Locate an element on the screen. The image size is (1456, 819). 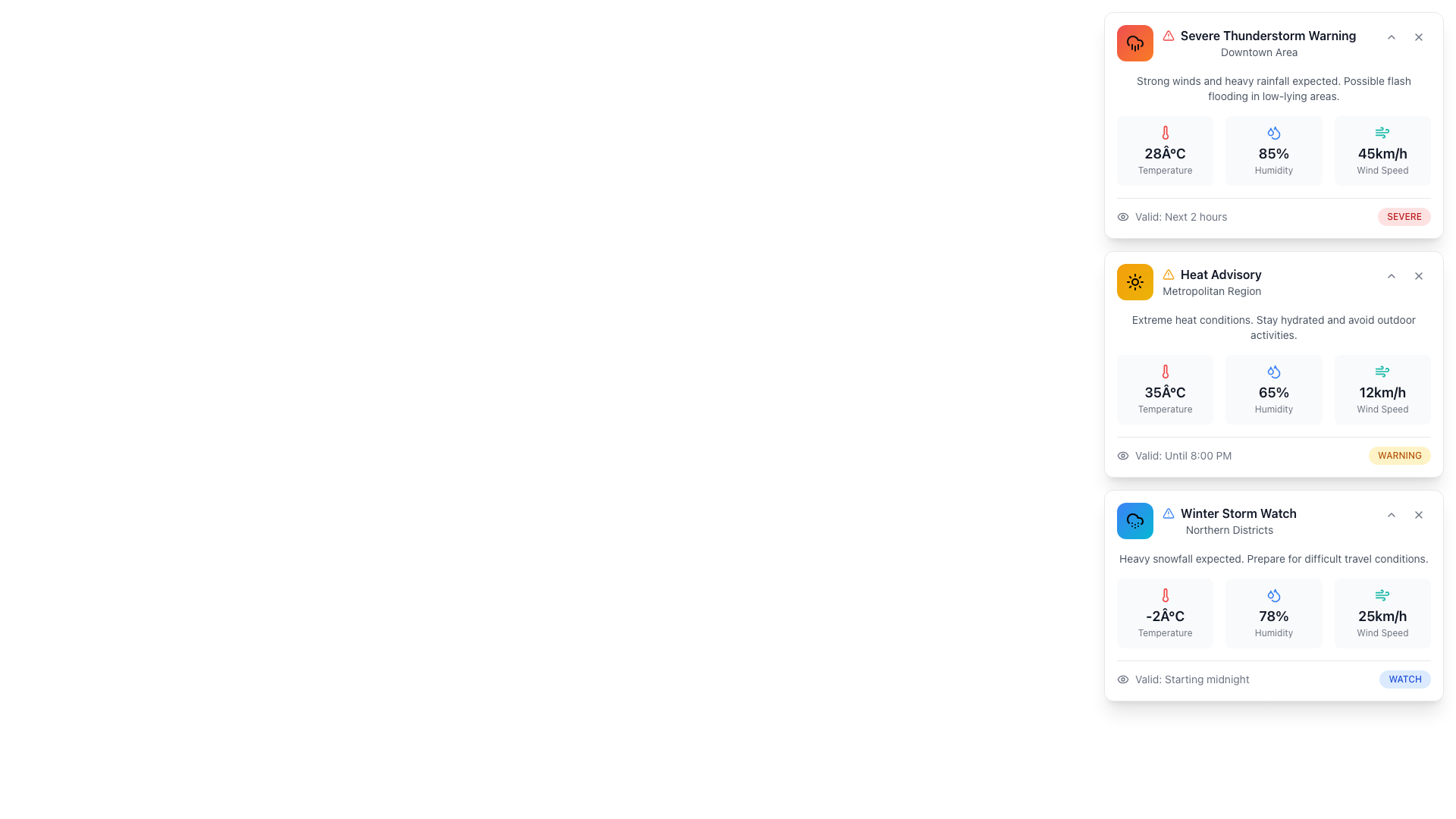
the collapse button located at the top-right corner of the 'Severe Thunderstorm Warning' card to receive potential visual feedback is located at coordinates (1391, 36).